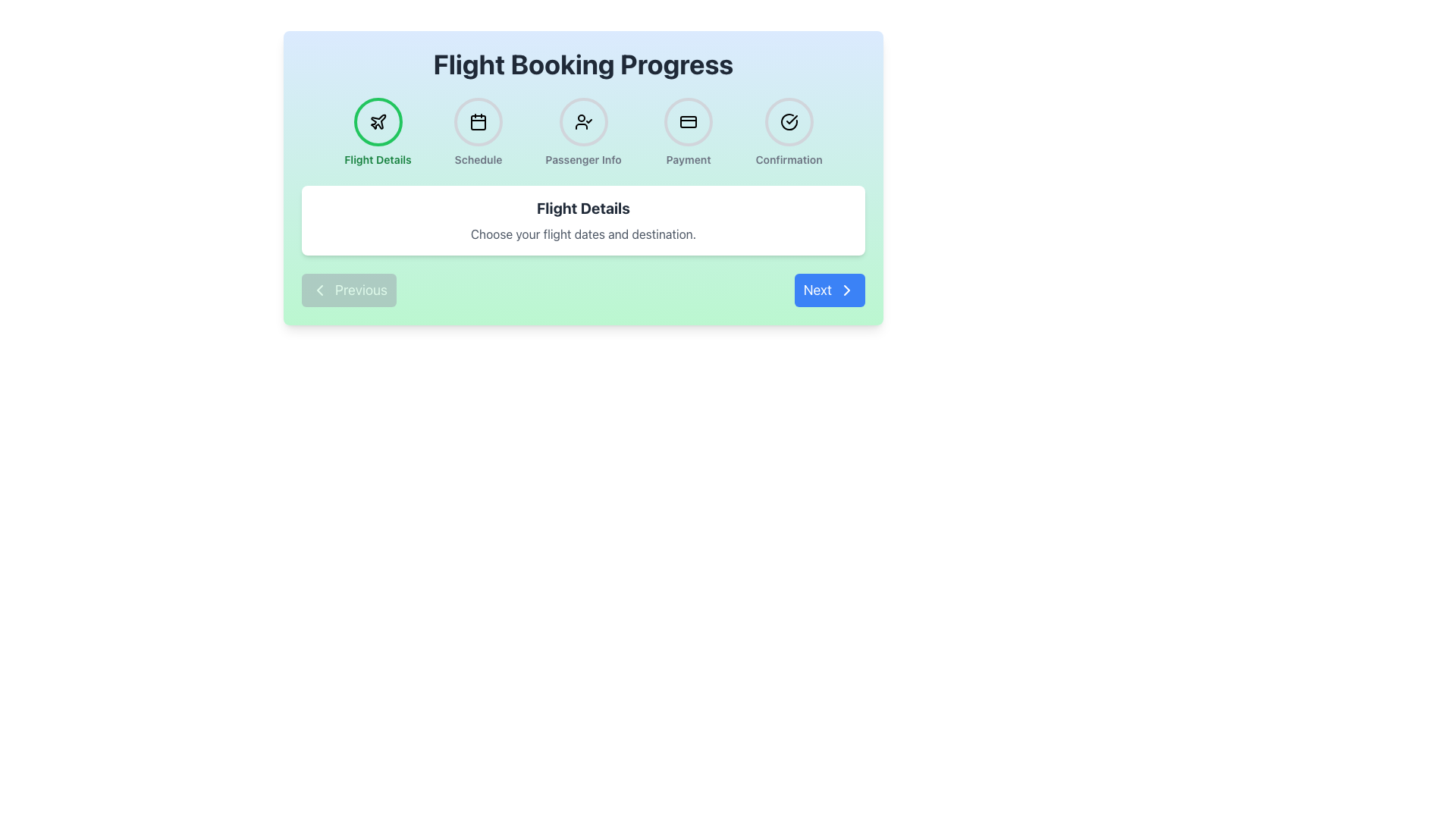 This screenshot has height=819, width=1456. I want to click on the 'Confirmation' stage Process Indicator, which is the fifth and final element in a horizontal series of steps in the process bar, so click(789, 131).